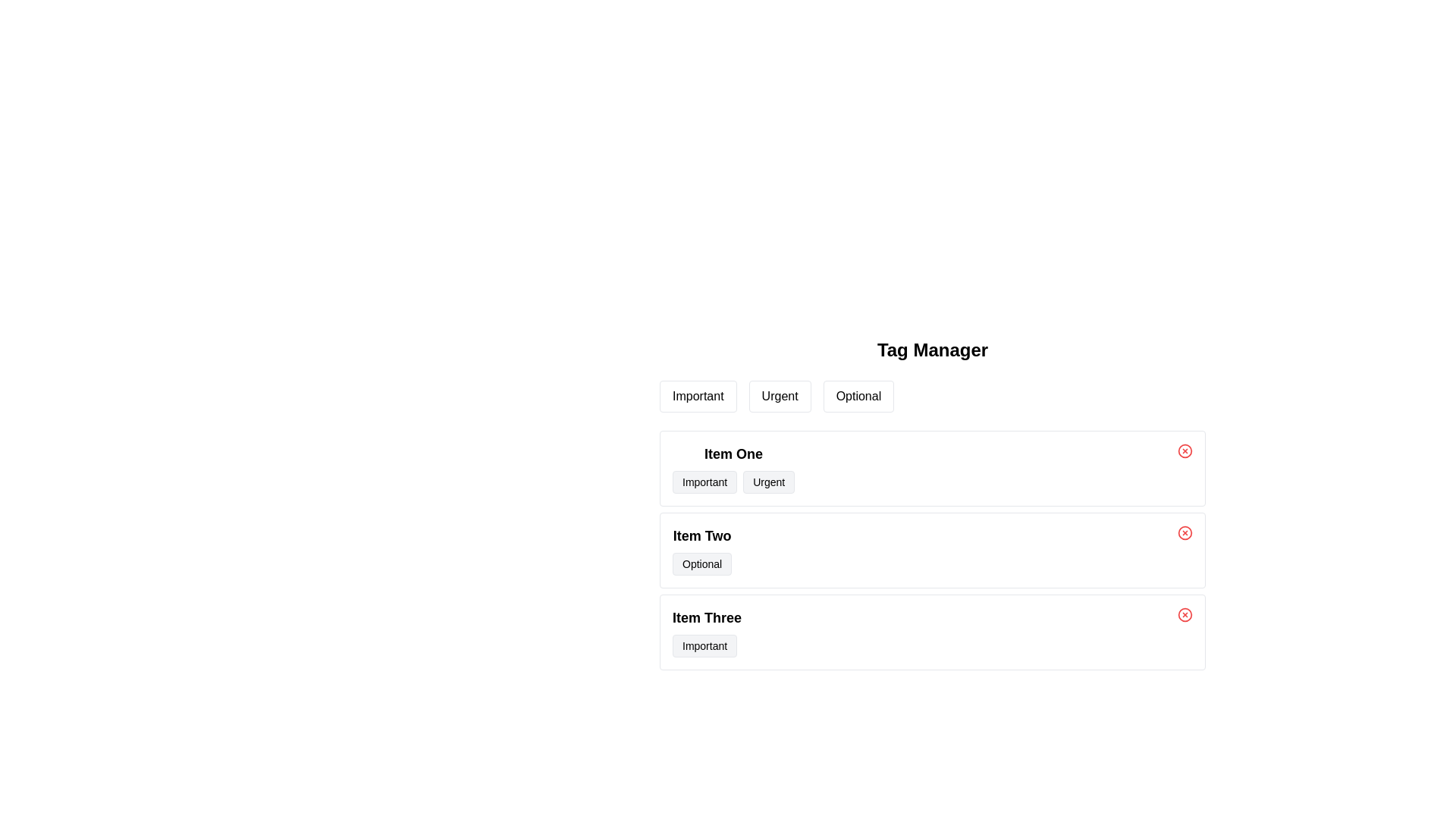  I want to click on text from the 'Urgent' badge associated with the 'Item One' section, which is the second badge in a group of similar badges, so click(769, 482).